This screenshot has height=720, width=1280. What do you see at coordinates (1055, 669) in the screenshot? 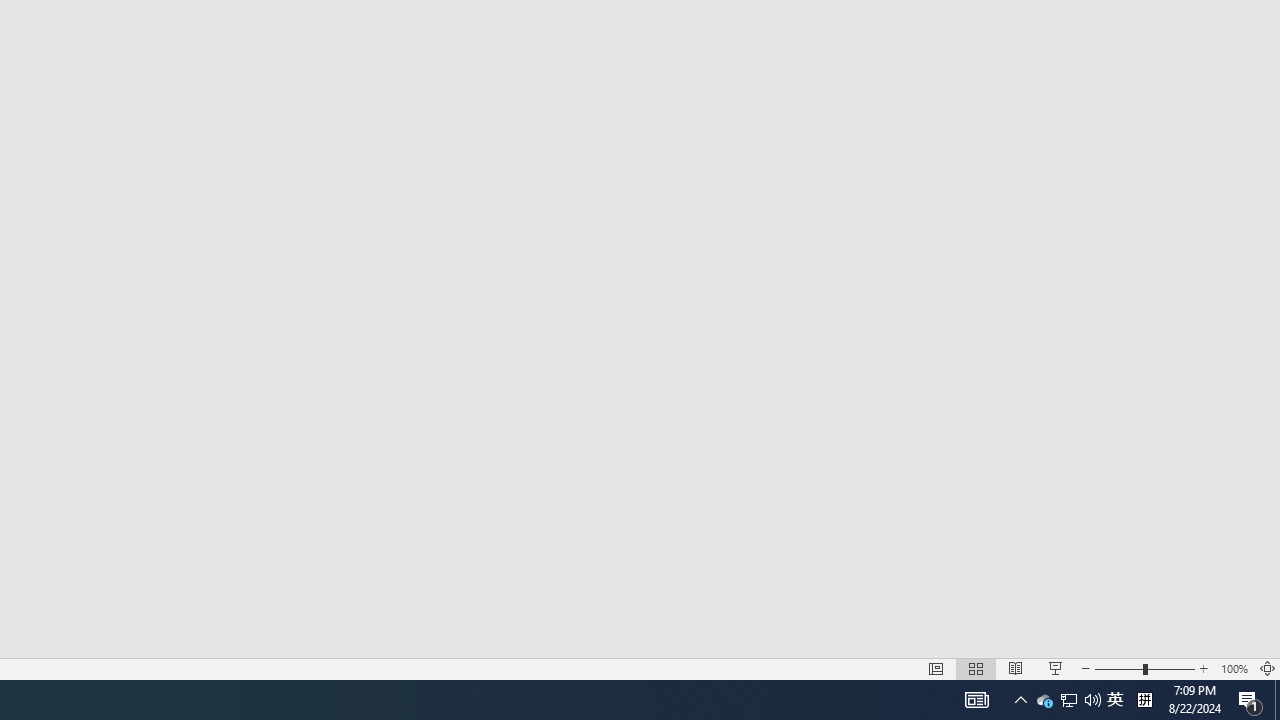
I see `'Slide Show'` at bounding box center [1055, 669].